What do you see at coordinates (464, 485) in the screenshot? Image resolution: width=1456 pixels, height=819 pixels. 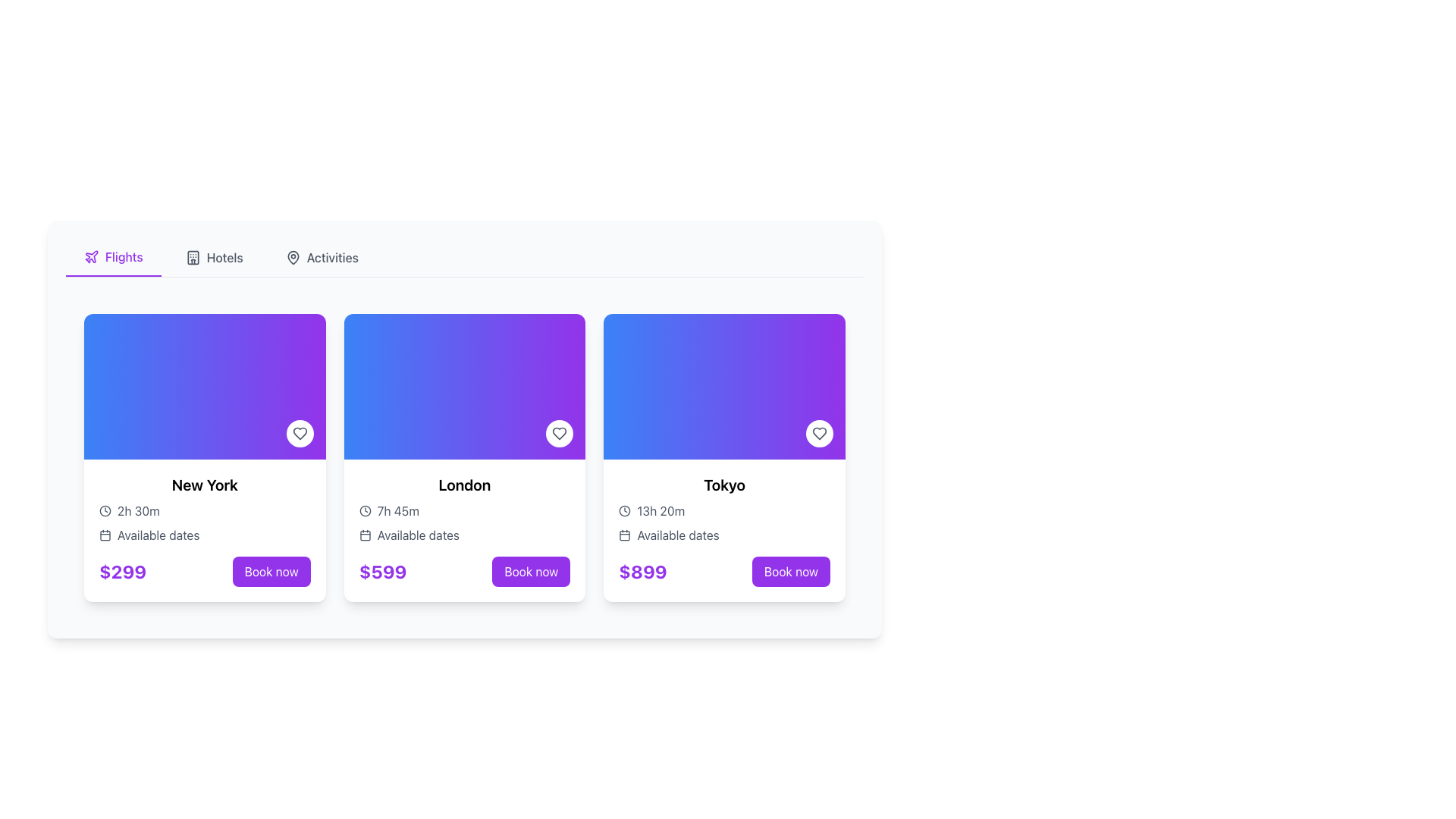 I see `text content of the heading that displays 'London' prominently in a large and bold font style, located in the center panel of the second card near the top portion below the main image` at bounding box center [464, 485].